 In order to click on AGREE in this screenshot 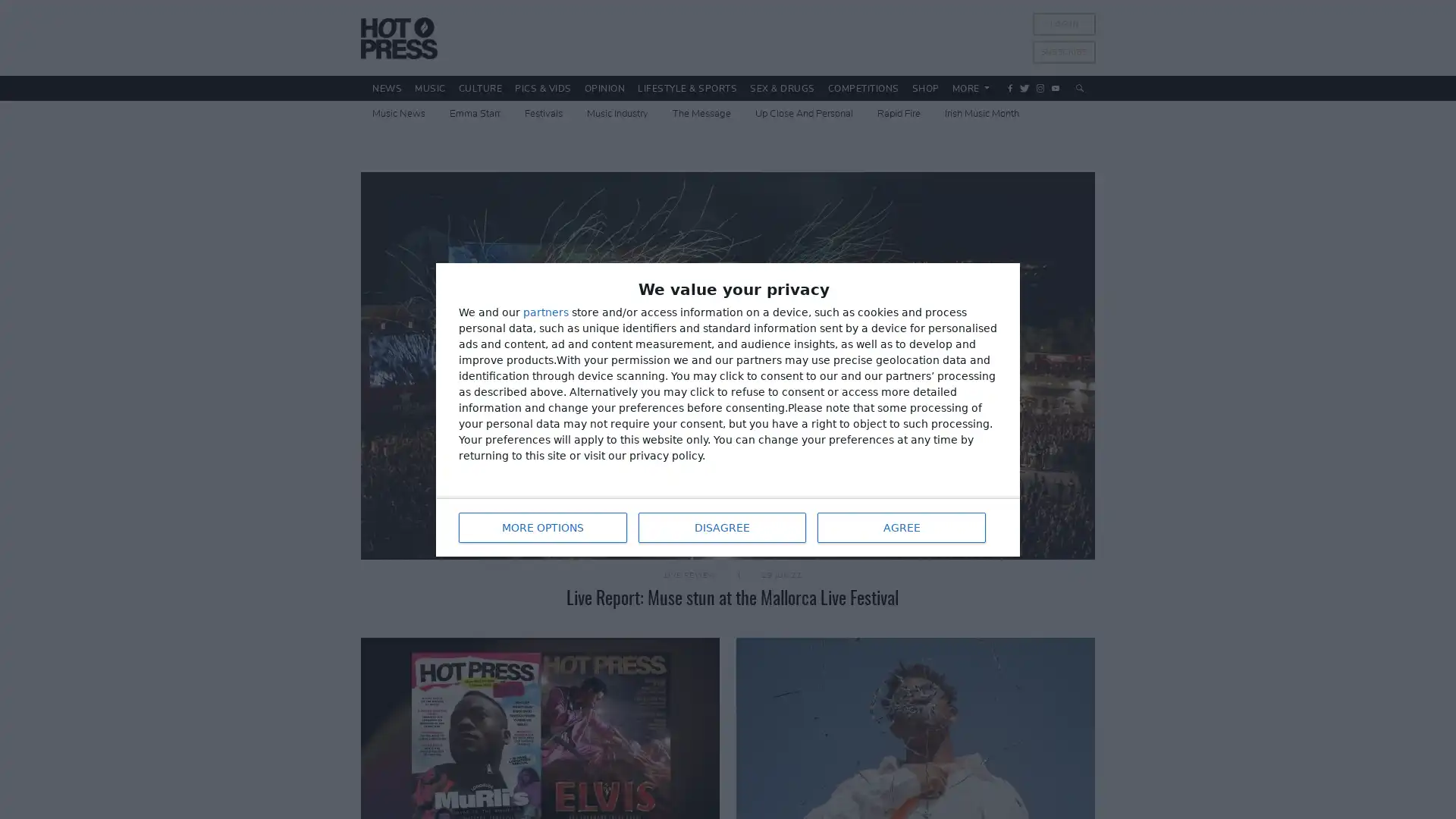, I will do `click(902, 526)`.